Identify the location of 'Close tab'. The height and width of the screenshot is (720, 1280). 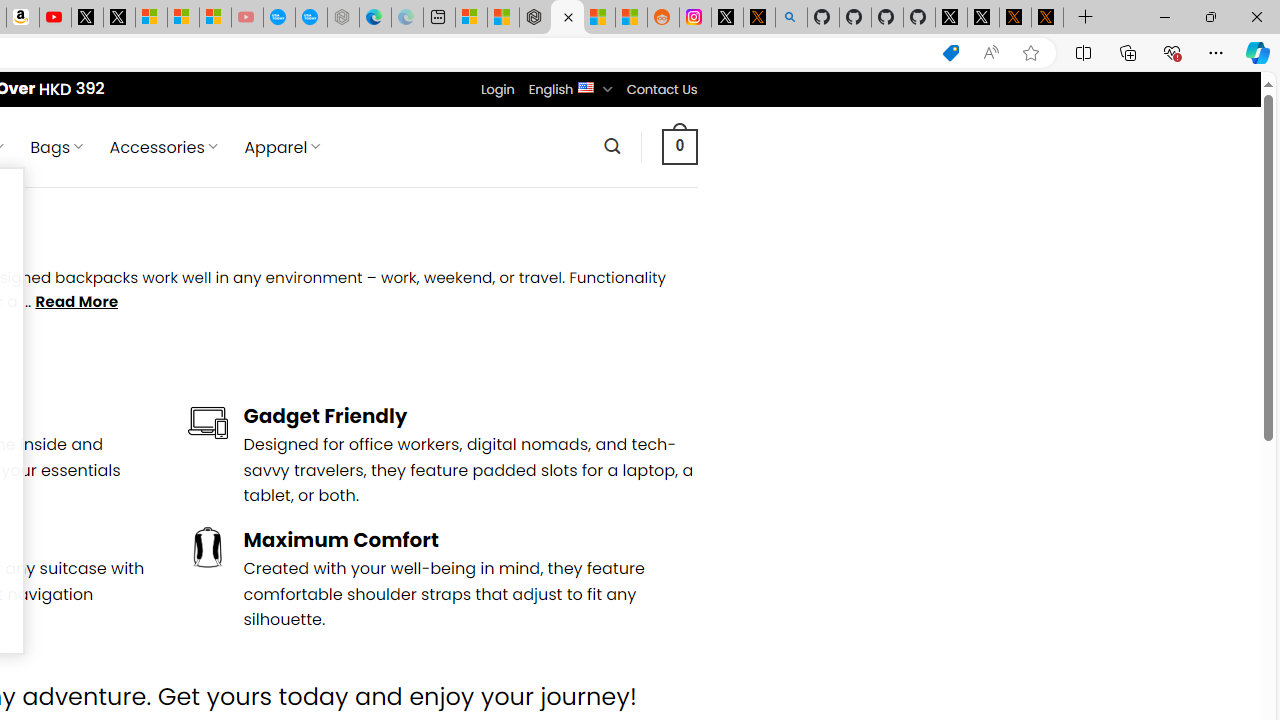
(567, 17).